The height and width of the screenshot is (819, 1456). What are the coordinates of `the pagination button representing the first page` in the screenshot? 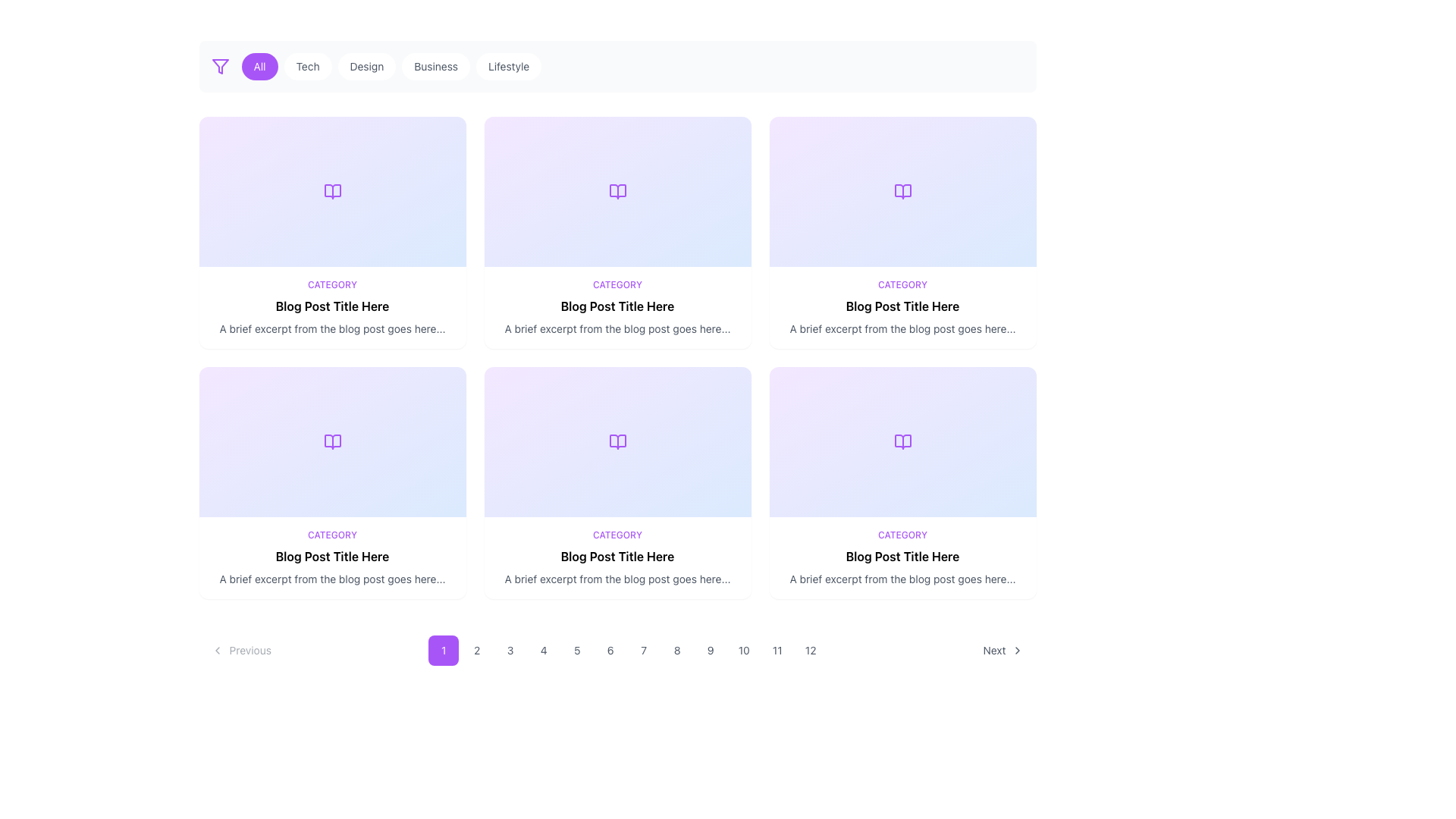 It's located at (443, 649).